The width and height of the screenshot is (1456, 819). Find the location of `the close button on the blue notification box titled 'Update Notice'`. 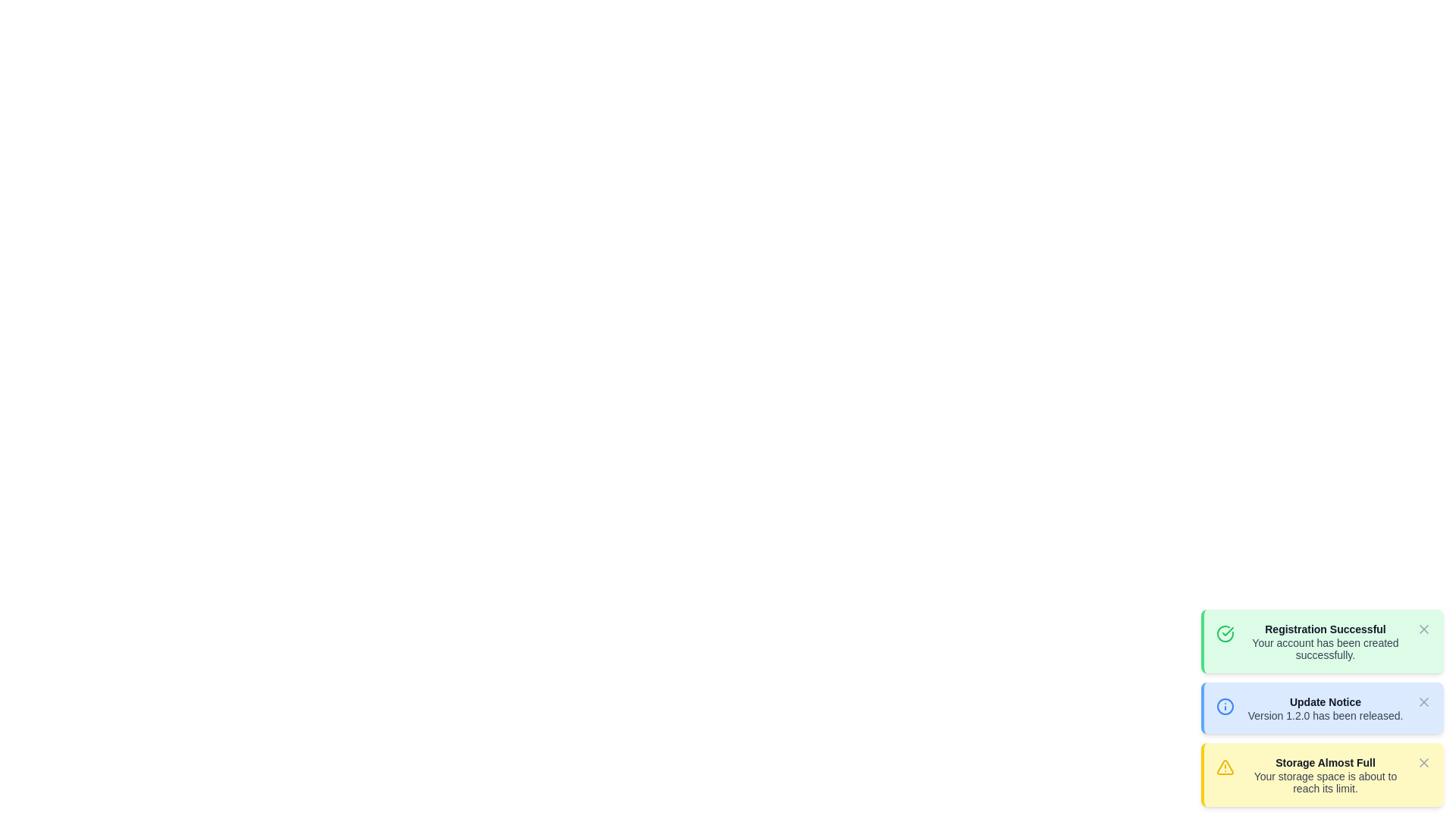

the close button on the blue notification box titled 'Update Notice' is located at coordinates (1321, 708).